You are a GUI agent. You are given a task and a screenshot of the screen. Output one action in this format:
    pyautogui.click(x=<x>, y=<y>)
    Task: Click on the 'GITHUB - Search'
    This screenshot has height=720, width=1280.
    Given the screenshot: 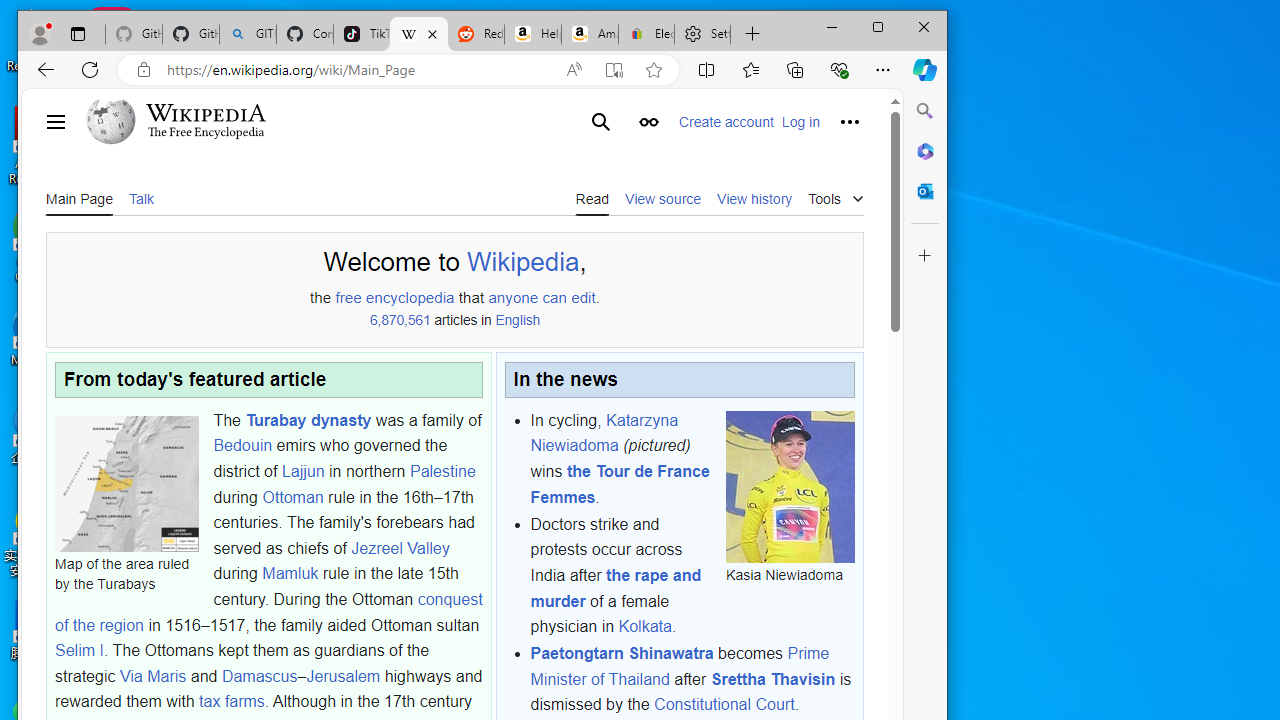 What is the action you would take?
    pyautogui.click(x=247, y=34)
    